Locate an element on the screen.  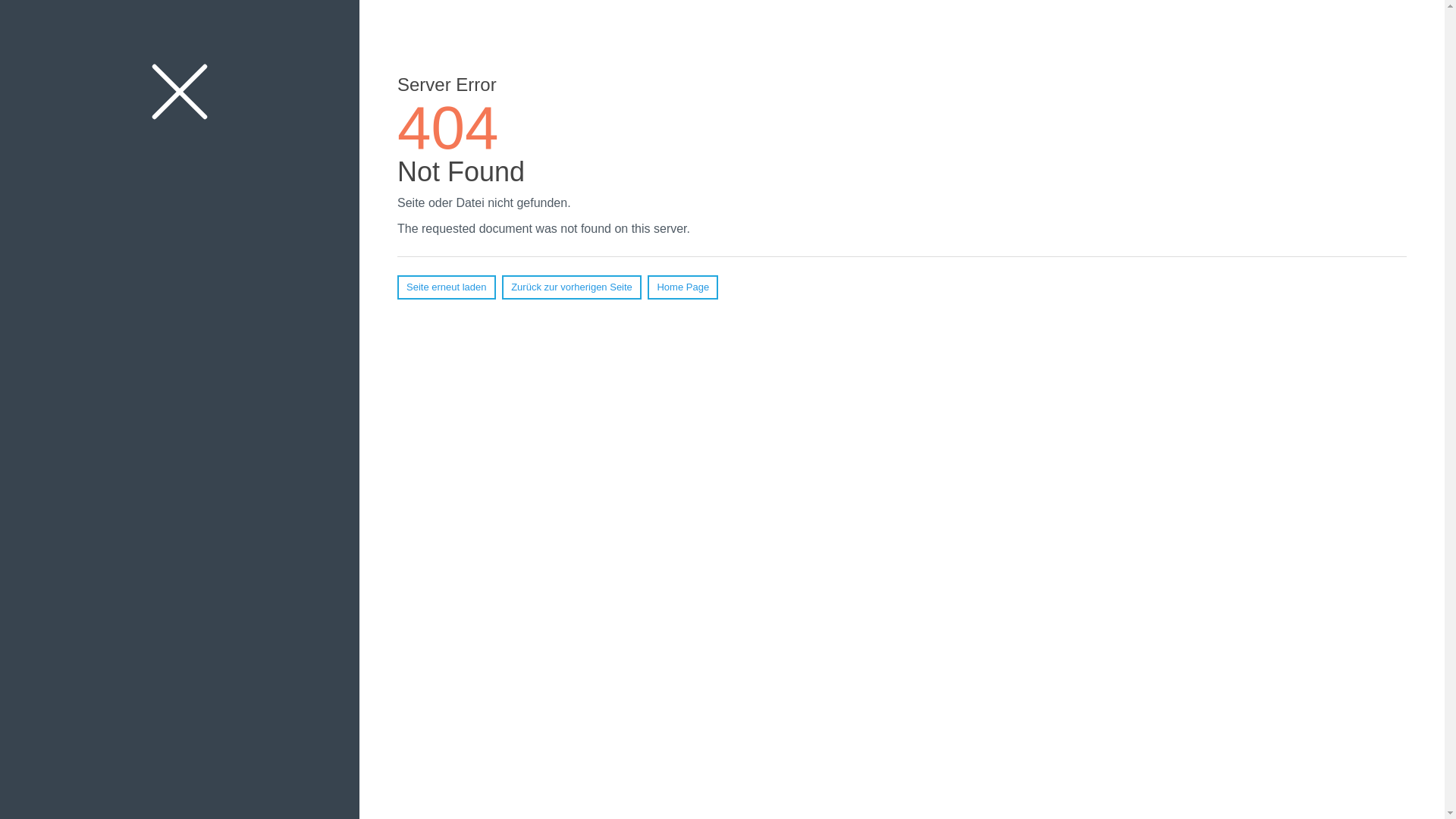
'Home Page' is located at coordinates (682, 287).